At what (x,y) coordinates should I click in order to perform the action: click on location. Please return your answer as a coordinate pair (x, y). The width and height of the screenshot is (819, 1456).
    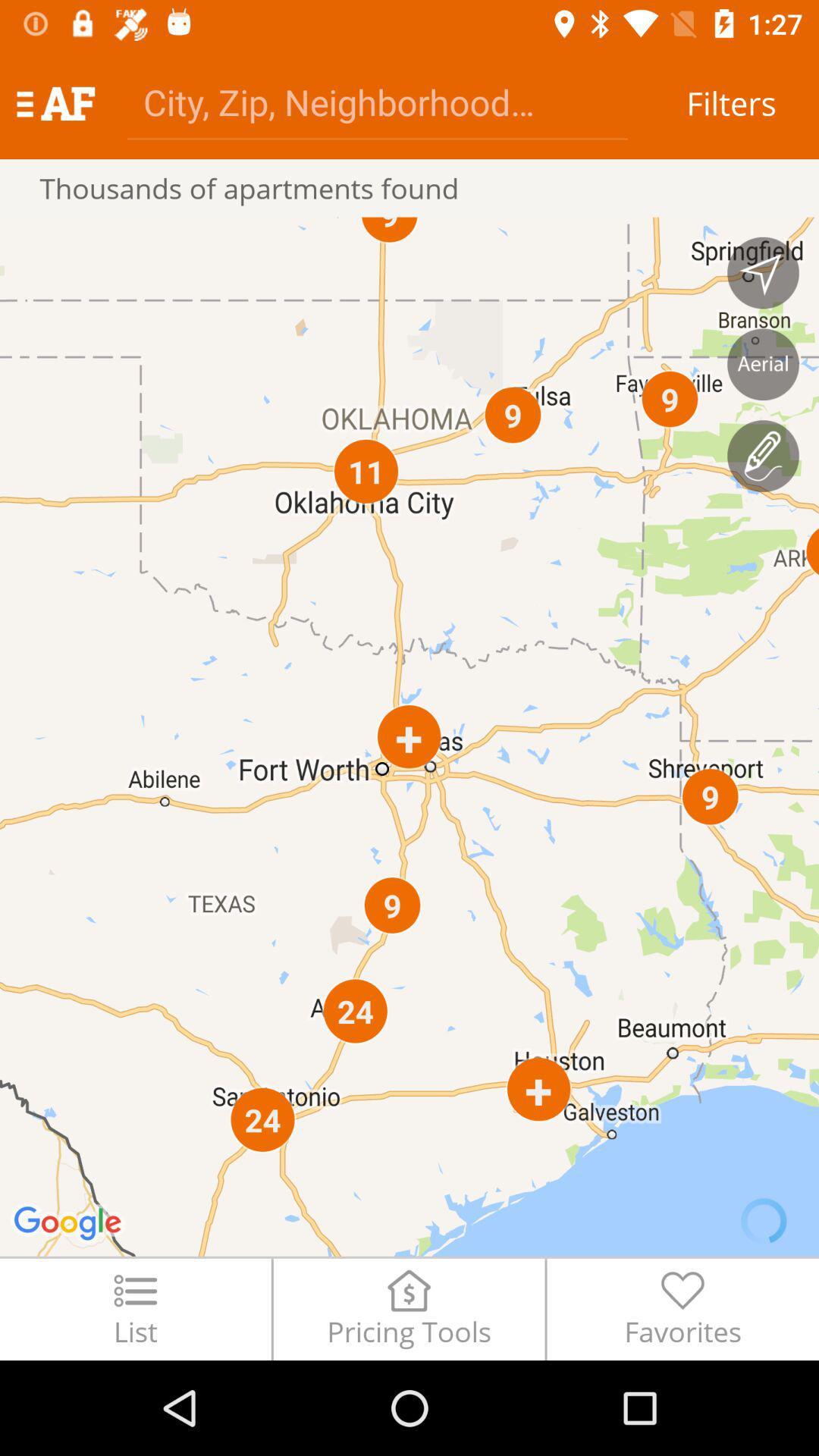
    Looking at the image, I should click on (763, 273).